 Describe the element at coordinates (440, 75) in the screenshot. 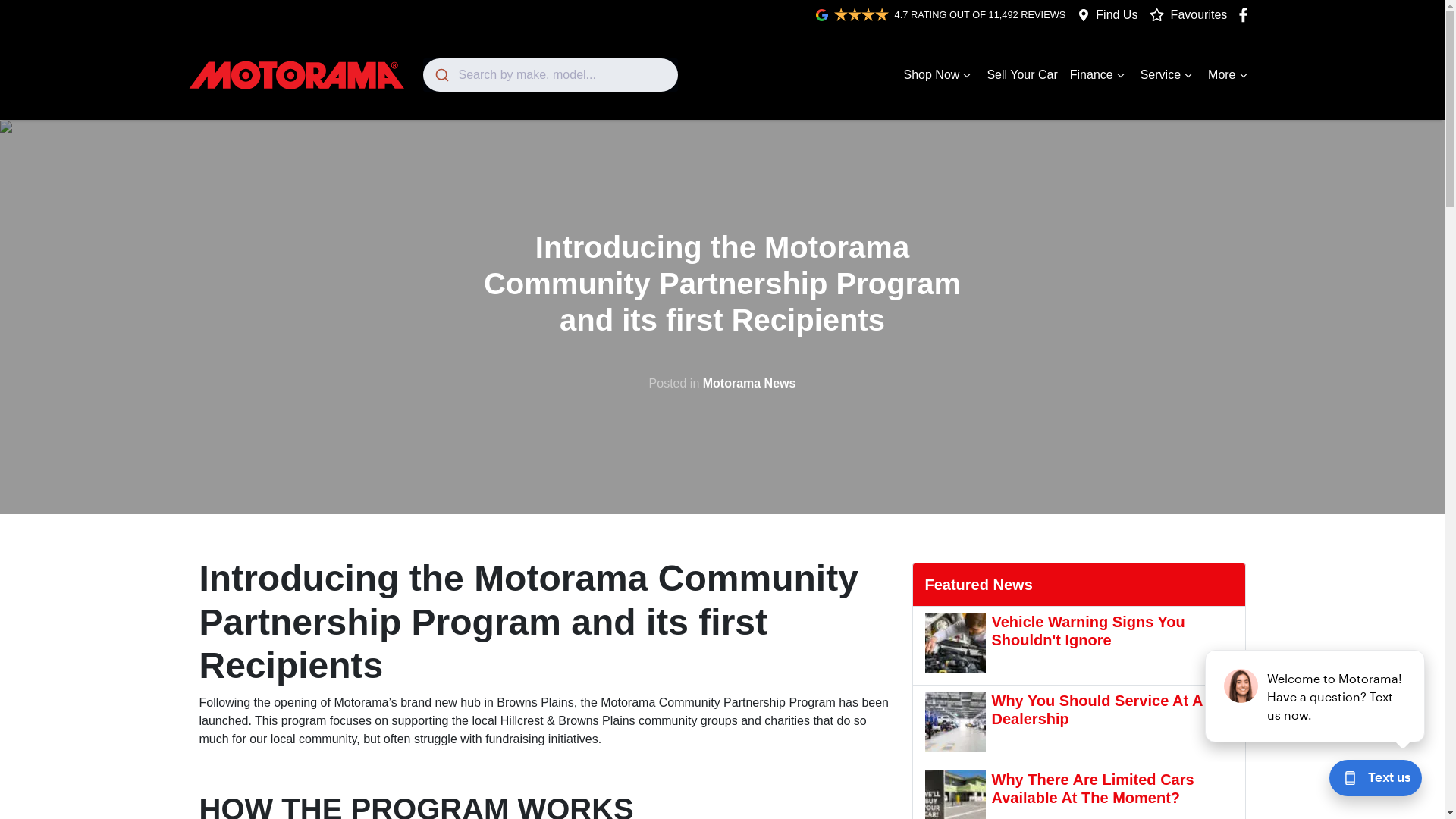

I see `'Submit'` at that location.